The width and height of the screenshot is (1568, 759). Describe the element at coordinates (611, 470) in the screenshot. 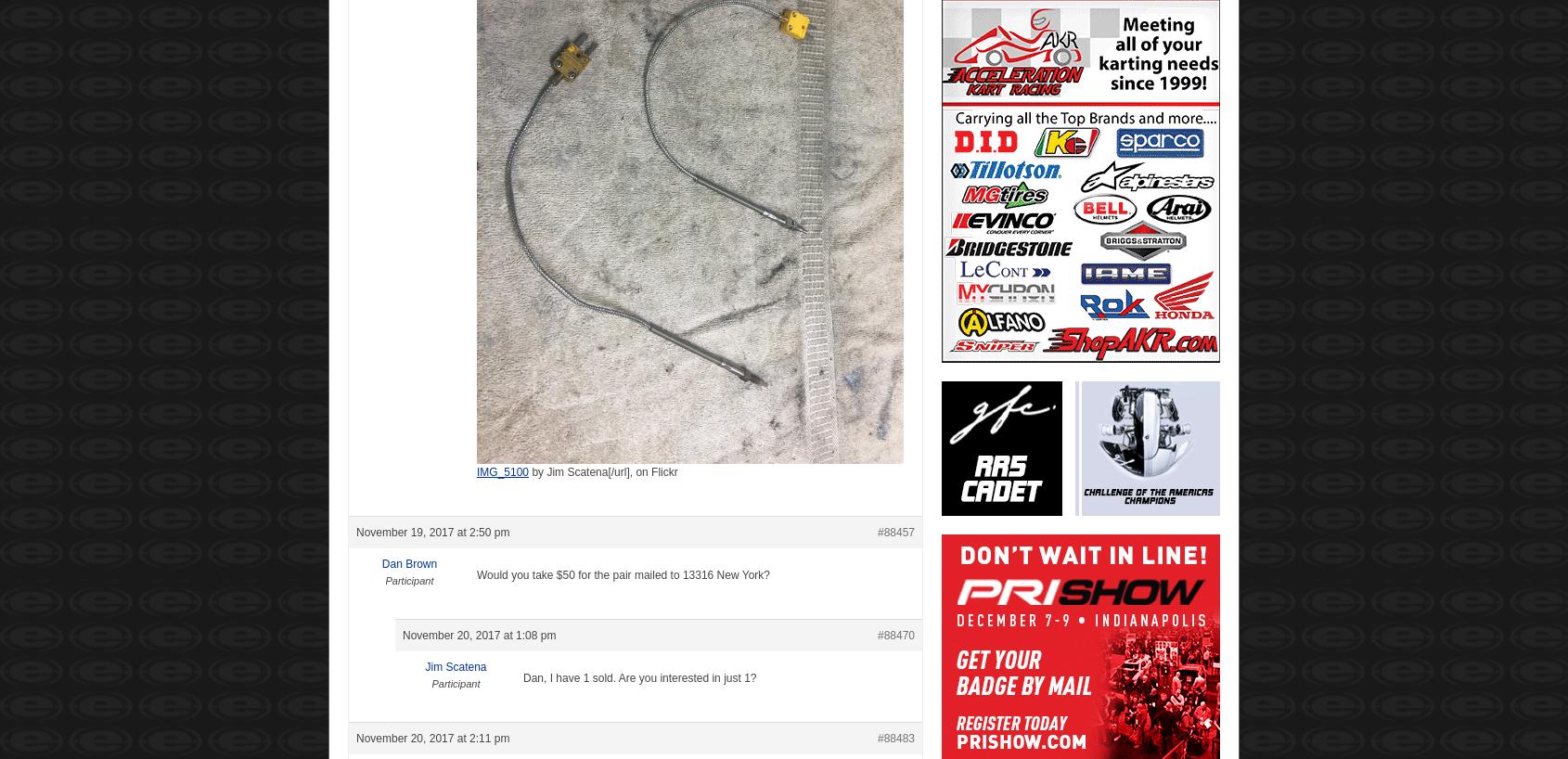

I see `'Jim Scatena[/url], on Flickr'` at that location.